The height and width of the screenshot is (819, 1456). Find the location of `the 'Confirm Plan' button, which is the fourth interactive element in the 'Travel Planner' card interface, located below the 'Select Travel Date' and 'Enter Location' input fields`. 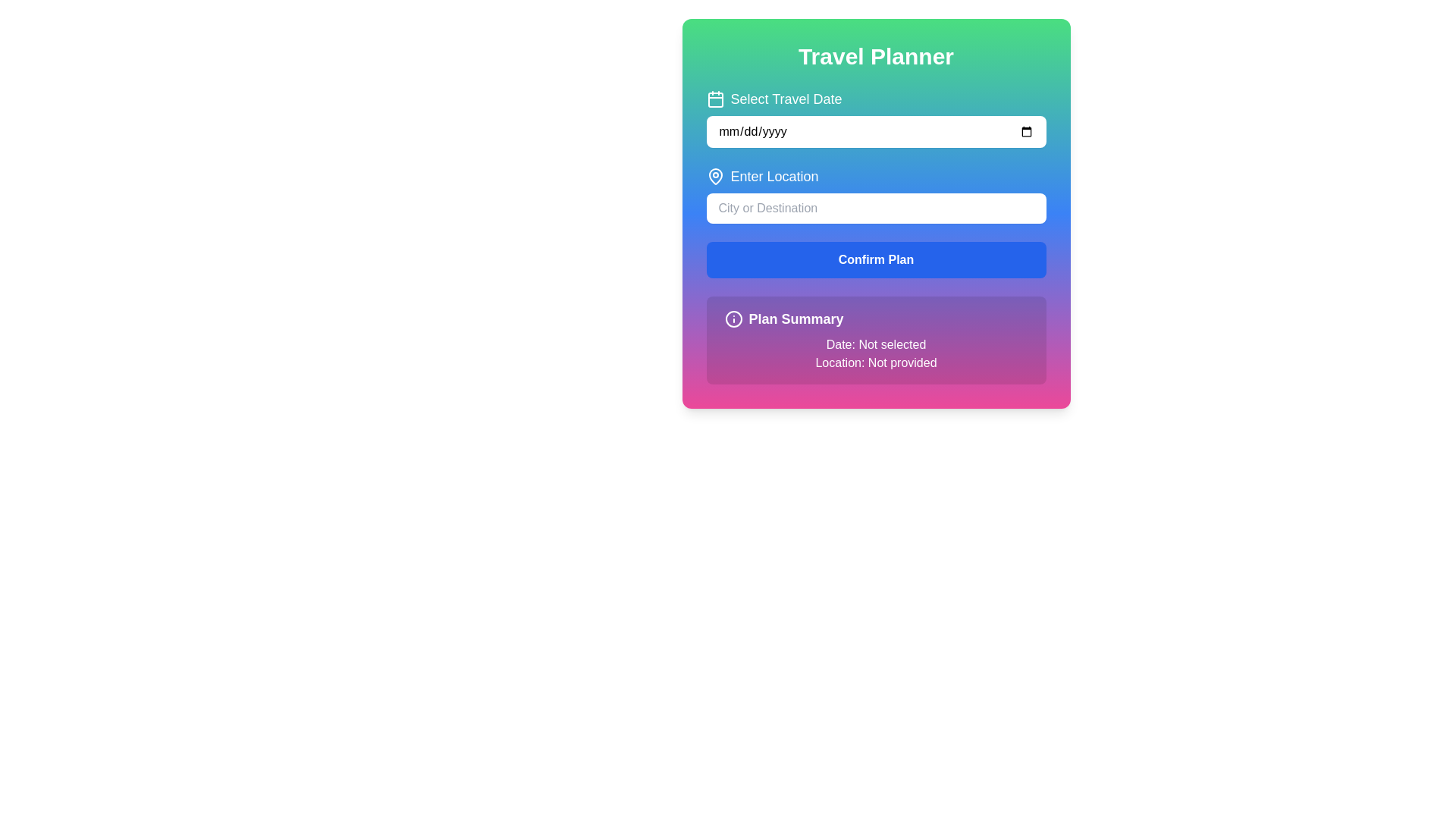

the 'Confirm Plan' button, which is the fourth interactive element in the 'Travel Planner' card interface, located below the 'Select Travel Date' and 'Enter Location' input fields is located at coordinates (876, 259).